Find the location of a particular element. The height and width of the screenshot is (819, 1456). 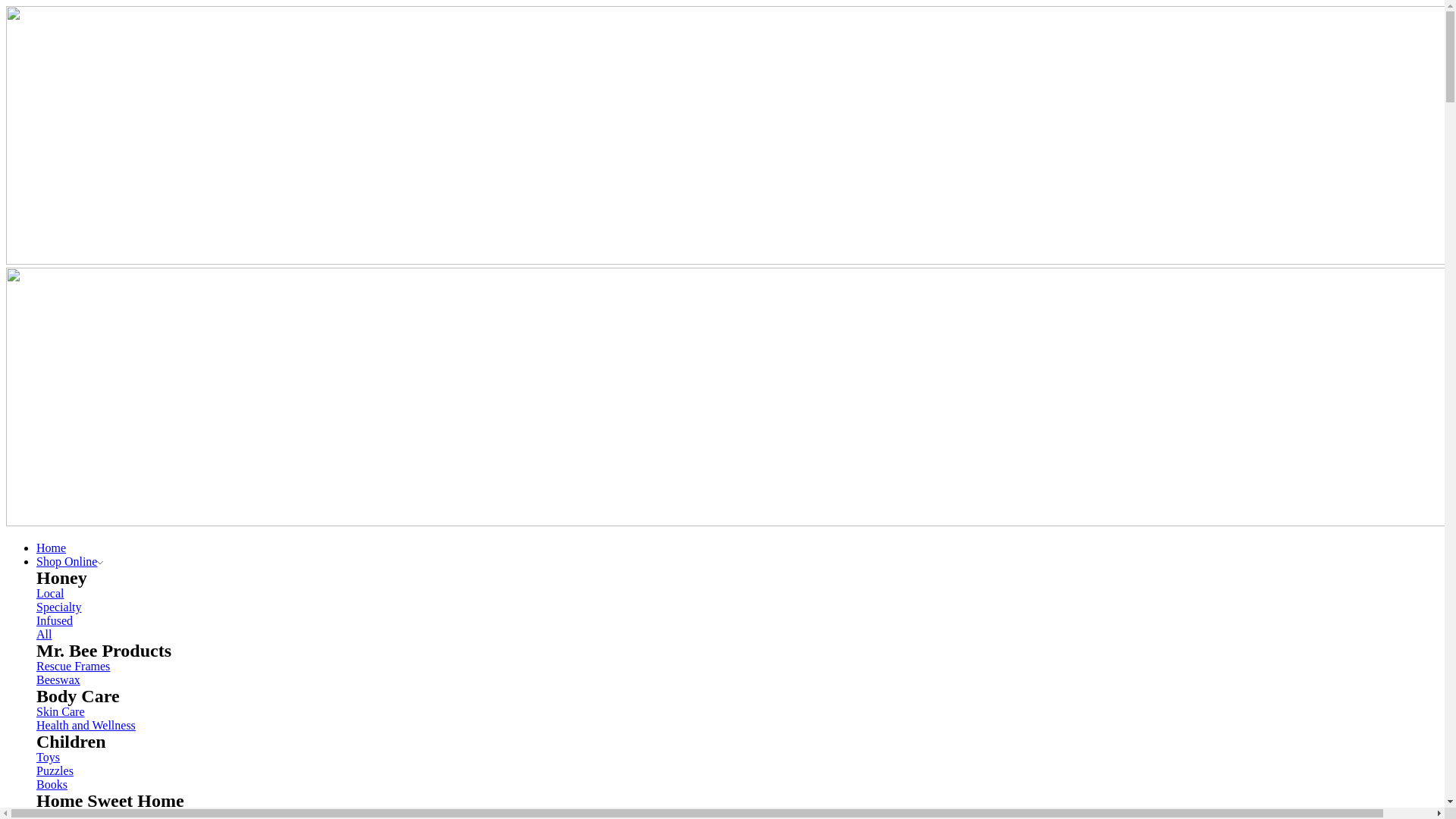

'Local' is located at coordinates (50, 592).